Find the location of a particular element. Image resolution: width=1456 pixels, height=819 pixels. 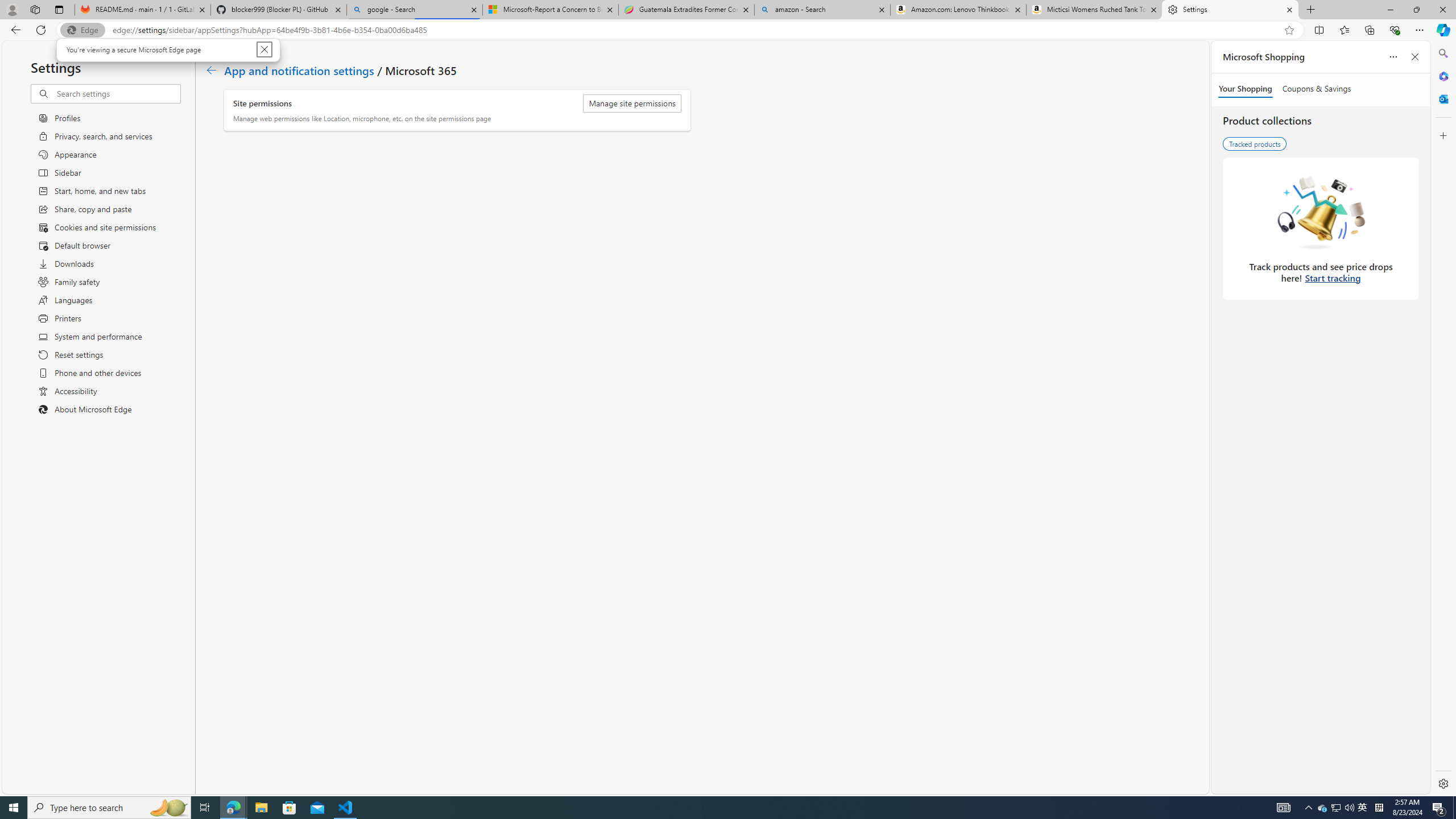

'AutomationID: 4105' is located at coordinates (1283, 806).